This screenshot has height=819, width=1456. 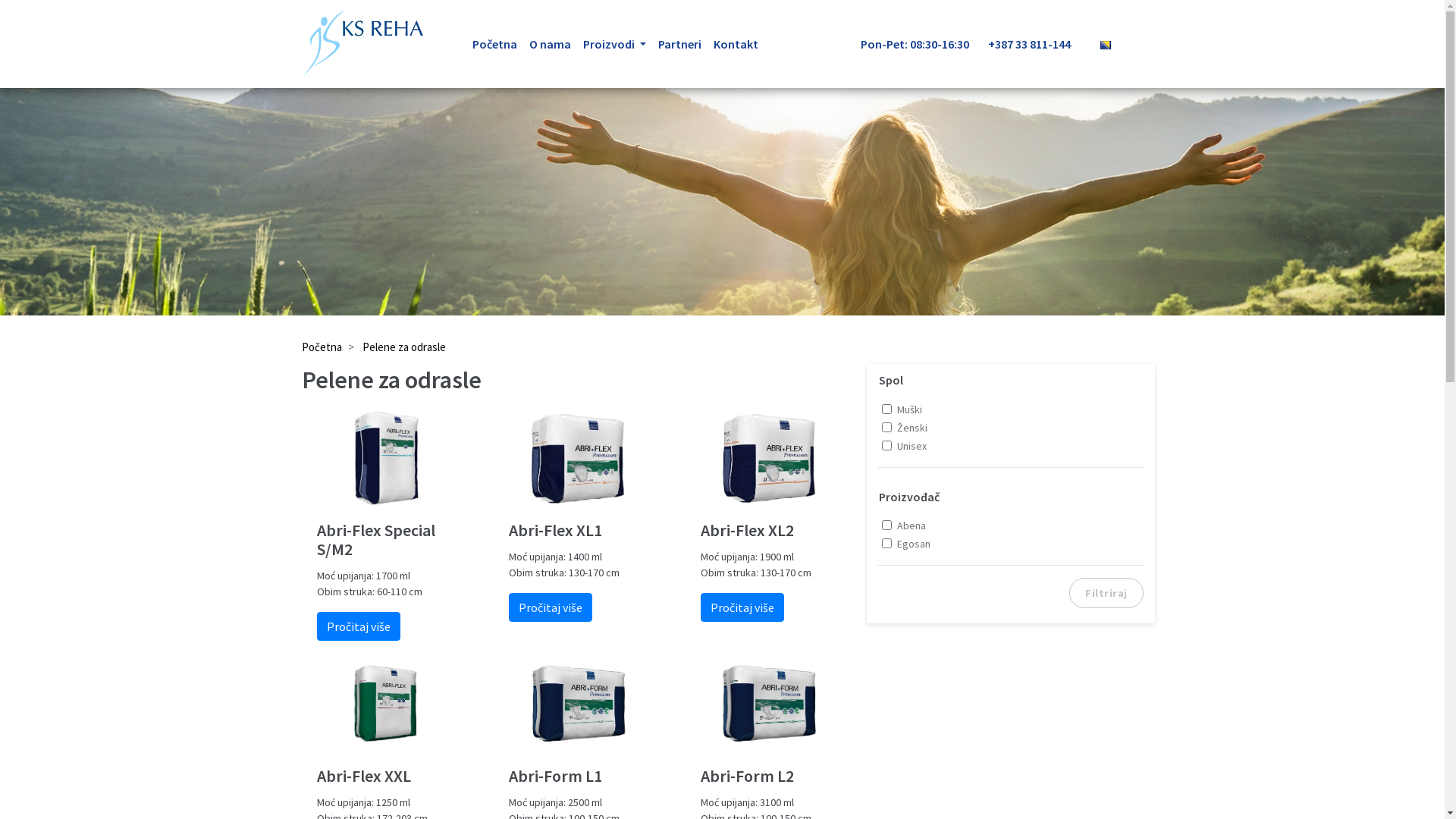 I want to click on 'Partneri', so click(x=679, y=42).